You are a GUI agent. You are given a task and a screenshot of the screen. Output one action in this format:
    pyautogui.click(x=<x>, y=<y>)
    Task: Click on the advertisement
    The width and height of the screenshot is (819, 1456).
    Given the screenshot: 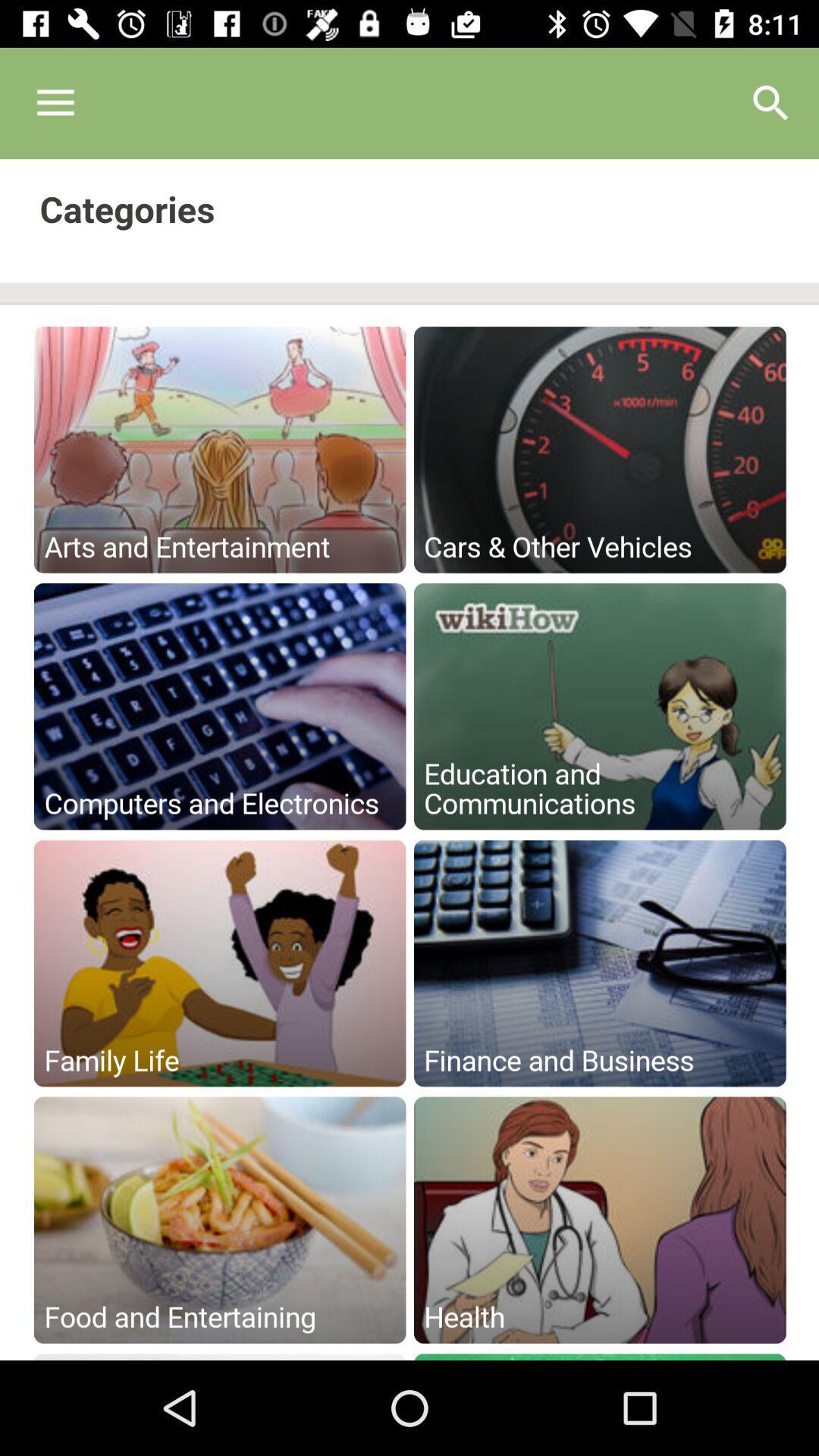 What is the action you would take?
    pyautogui.click(x=409, y=760)
    